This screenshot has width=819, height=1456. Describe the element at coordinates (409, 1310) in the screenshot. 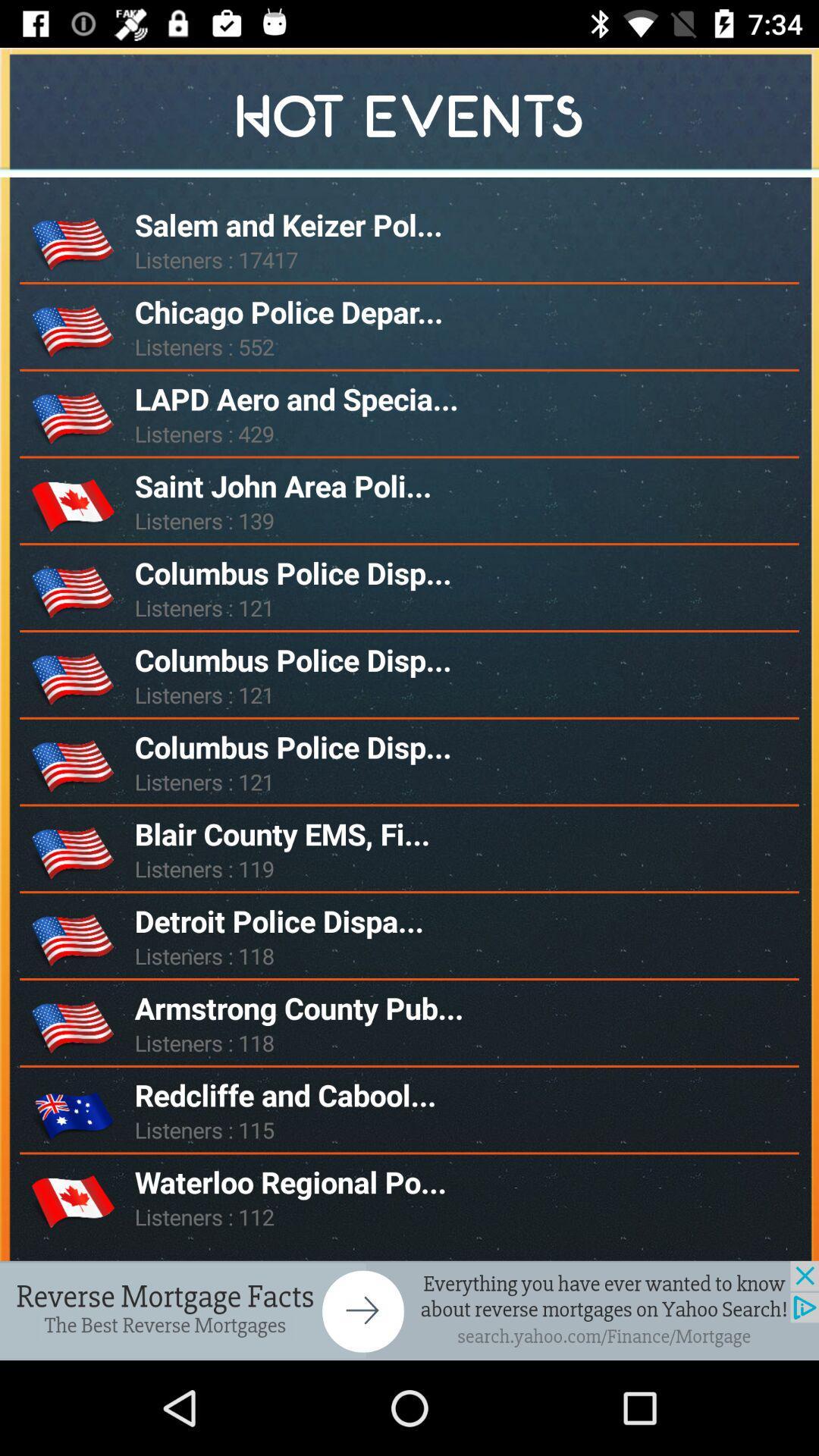

I see `advertisement for reverse mortgage` at that location.